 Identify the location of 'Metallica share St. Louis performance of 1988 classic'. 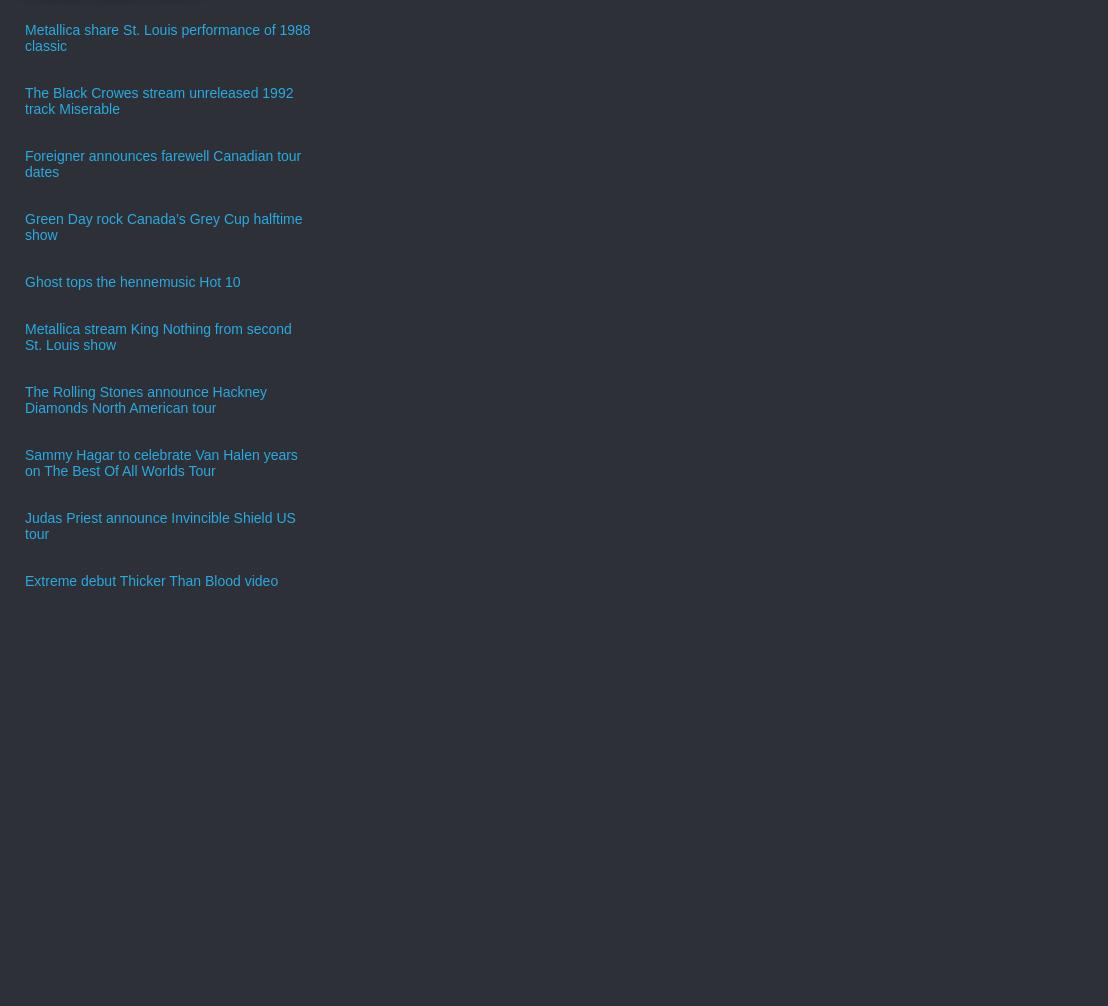
(166, 37).